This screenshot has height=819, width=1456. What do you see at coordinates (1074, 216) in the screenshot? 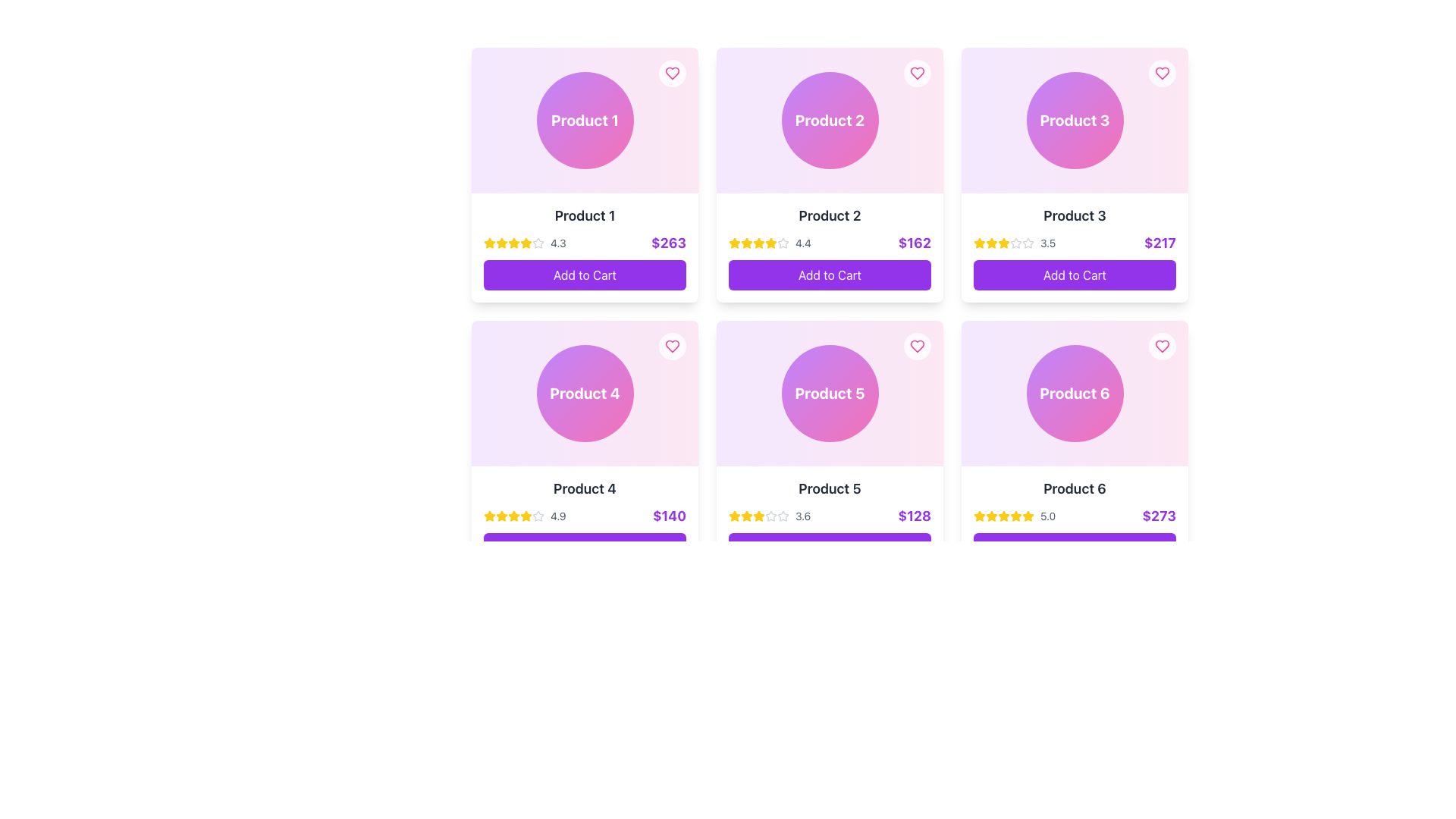
I see `the product name text element located at the top of the product card for 'Product 3'` at bounding box center [1074, 216].